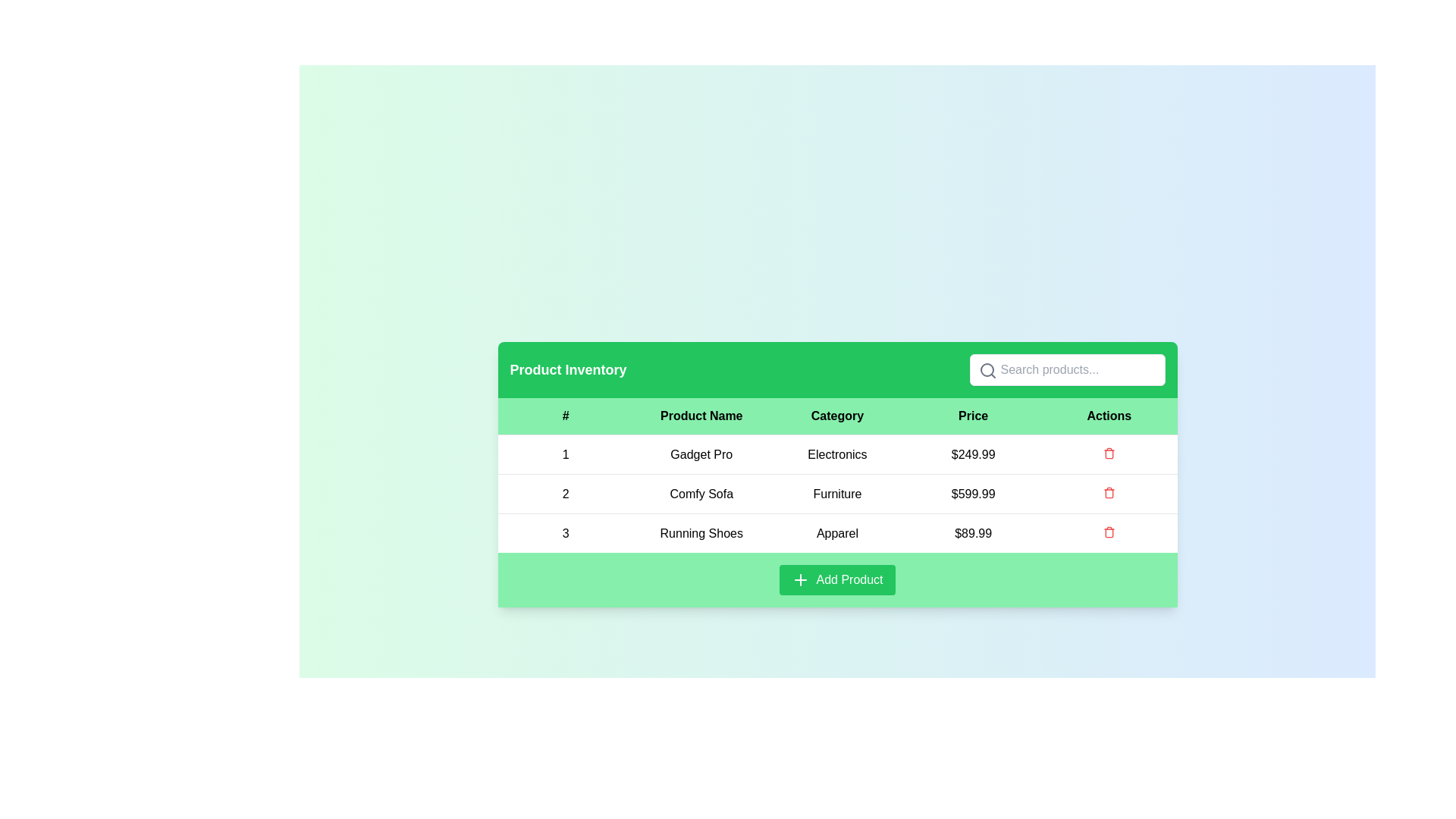 The image size is (1456, 819). Describe the element at coordinates (565, 494) in the screenshot. I see `the static text label displaying the number '2', which is located in the first column of the second row of a product inventory table, styled with padding and border, and positioned next to 'Comfy Sofa' and '$599.99'` at that location.